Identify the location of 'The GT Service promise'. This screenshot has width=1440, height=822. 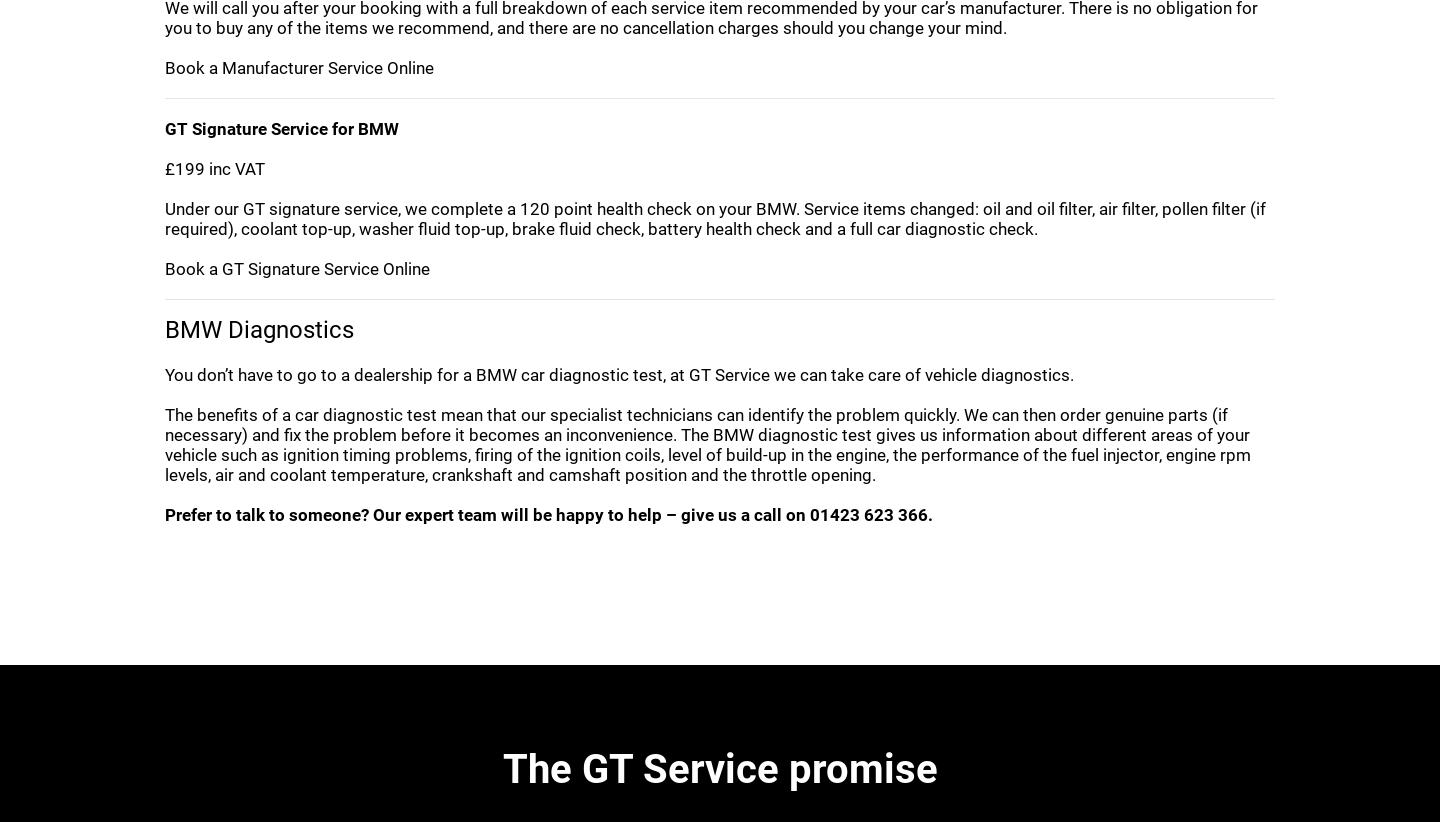
(719, 767).